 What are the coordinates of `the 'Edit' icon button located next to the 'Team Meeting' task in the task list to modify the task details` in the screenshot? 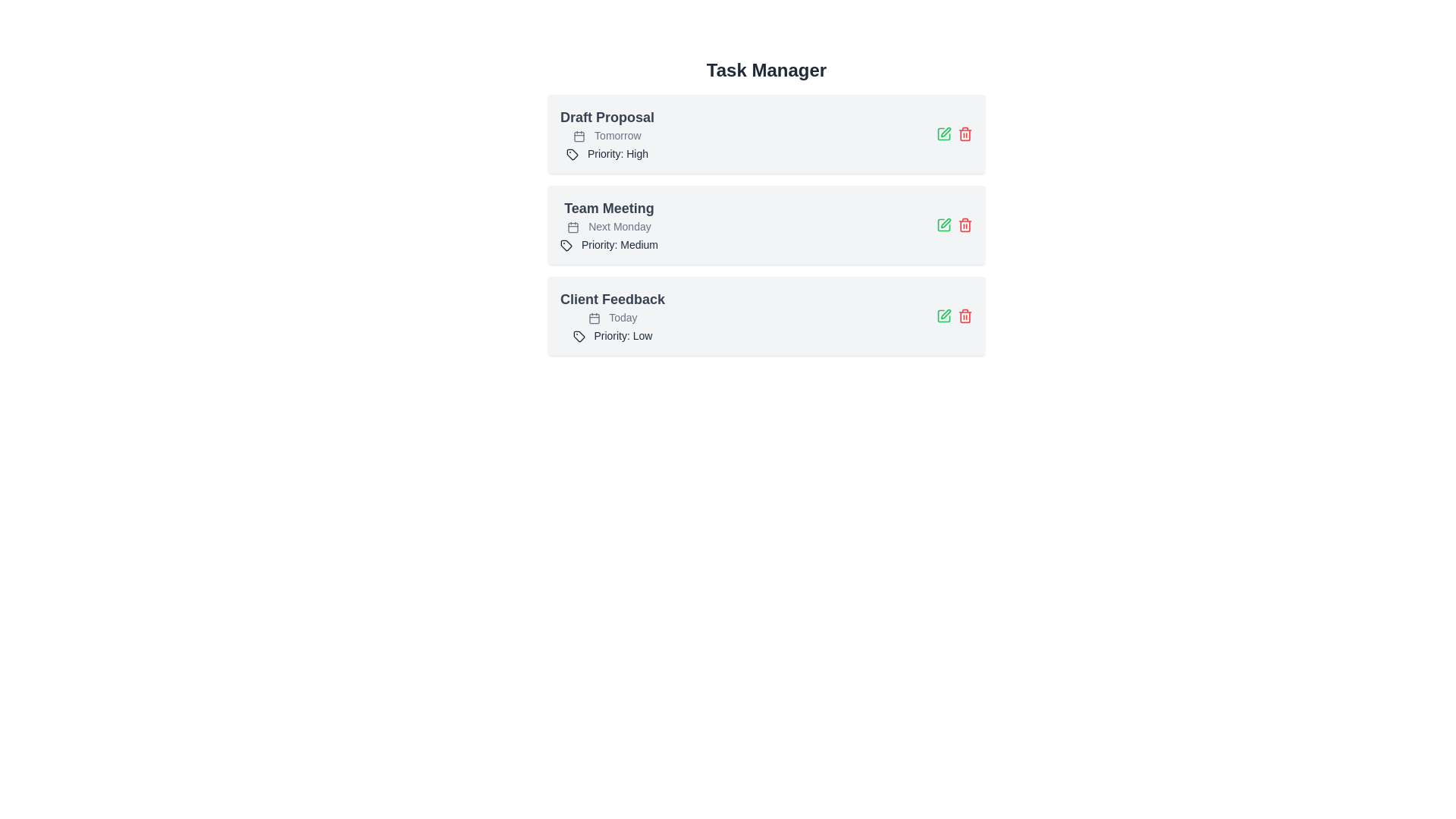 It's located at (943, 225).